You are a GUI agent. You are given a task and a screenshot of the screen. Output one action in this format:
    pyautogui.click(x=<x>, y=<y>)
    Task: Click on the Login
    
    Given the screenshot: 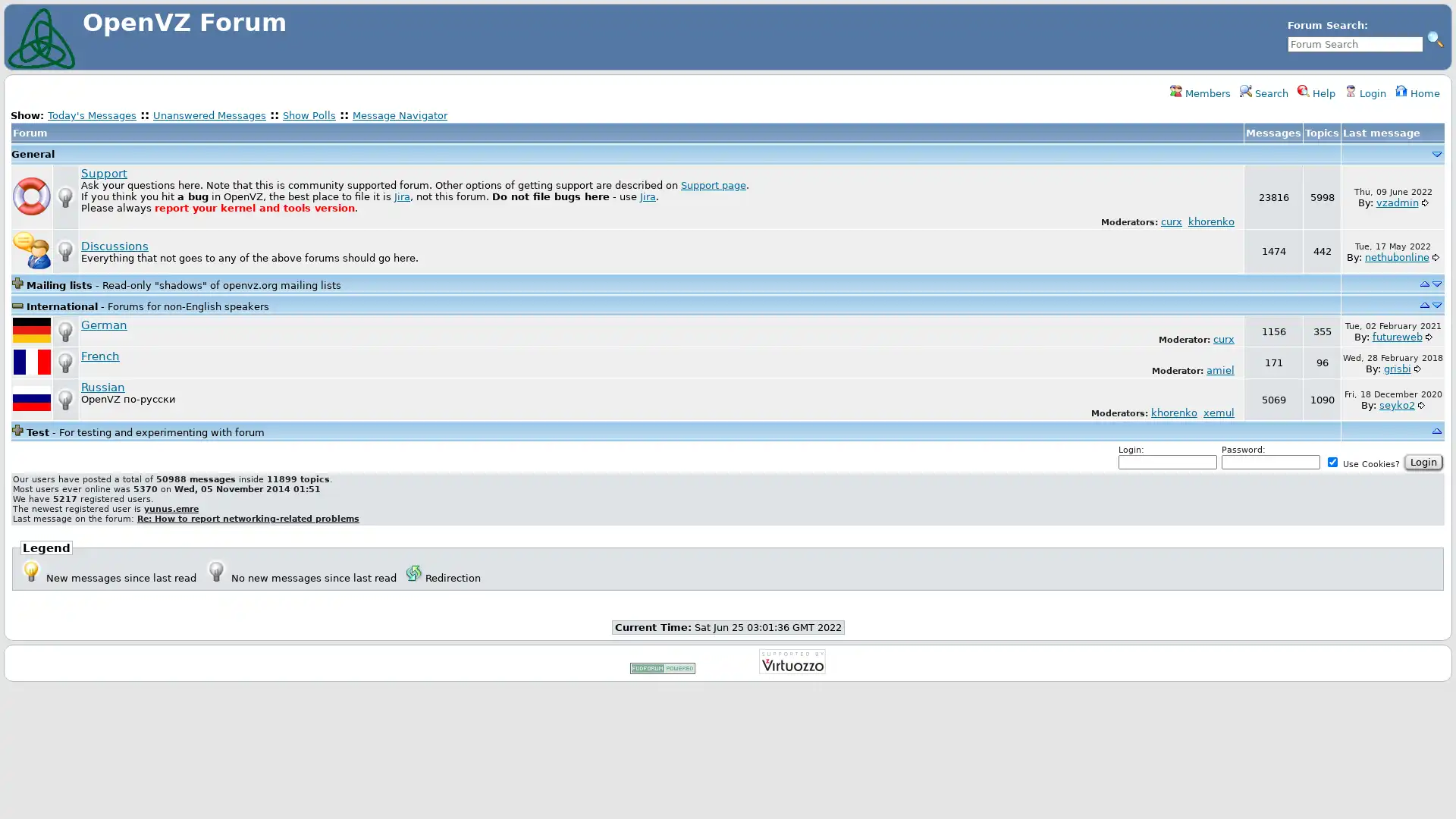 What is the action you would take?
    pyautogui.click(x=1423, y=461)
    